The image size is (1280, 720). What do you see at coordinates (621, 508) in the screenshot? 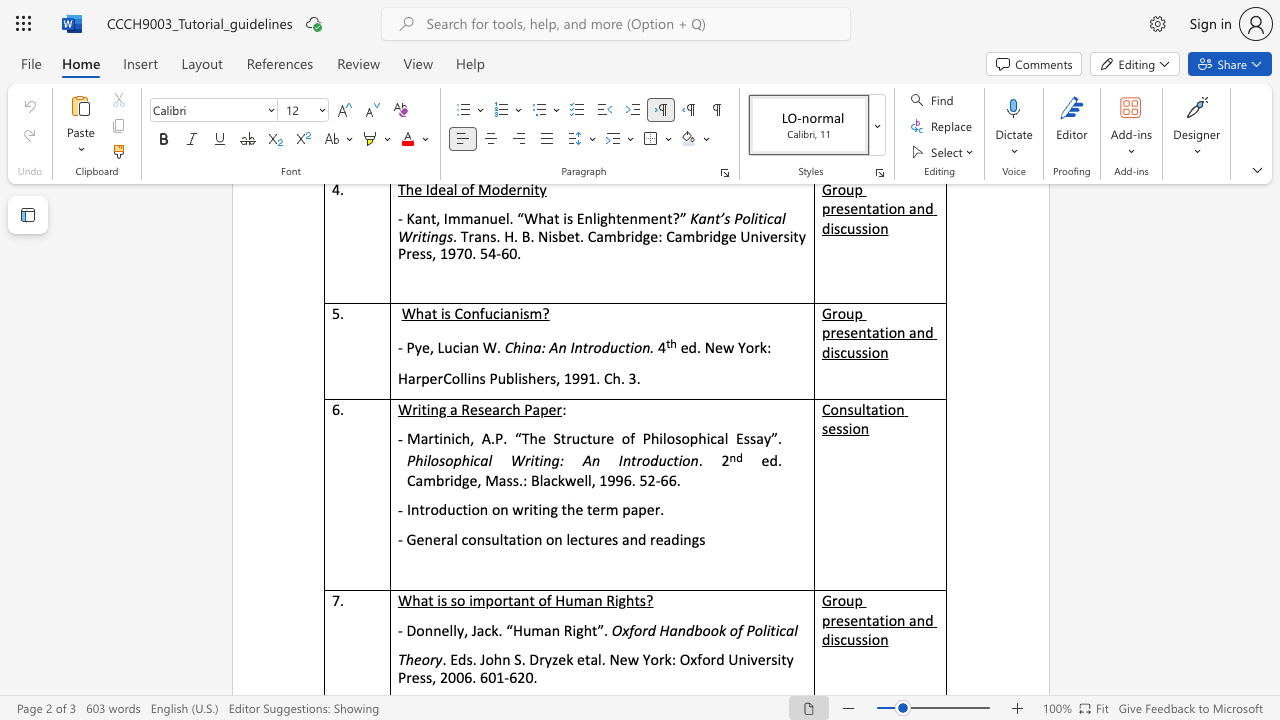
I see `the subset text "pap" within the text "Introduction on writing the term paper."` at bounding box center [621, 508].